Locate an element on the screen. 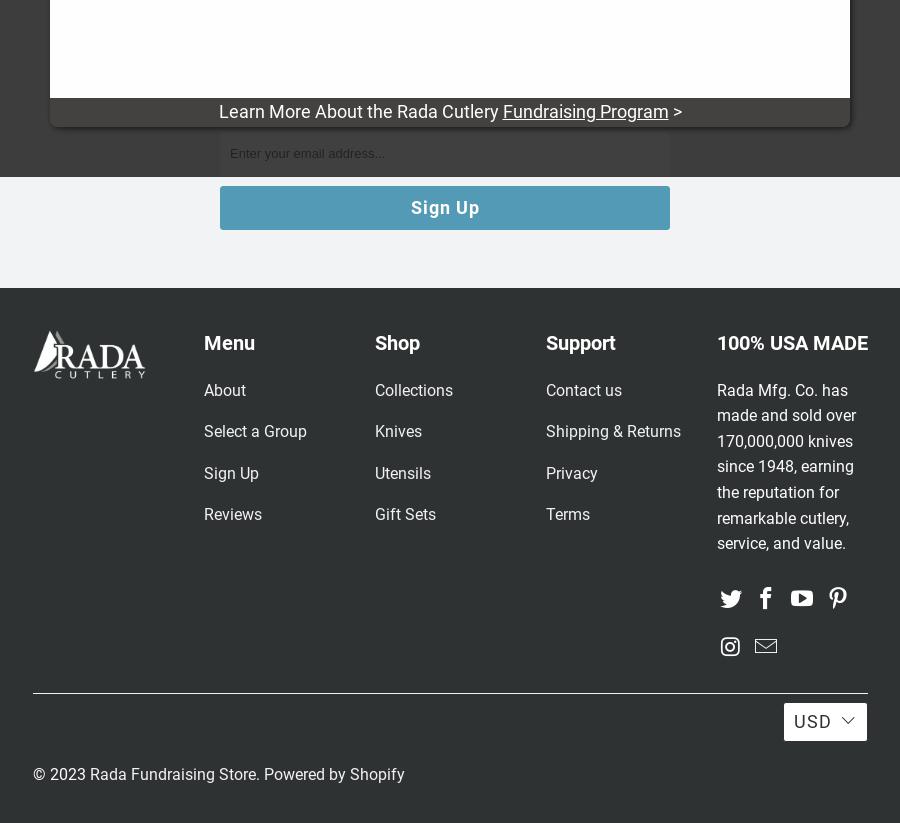 The image size is (900, 823). 'Contact us' is located at coordinates (544, 388).